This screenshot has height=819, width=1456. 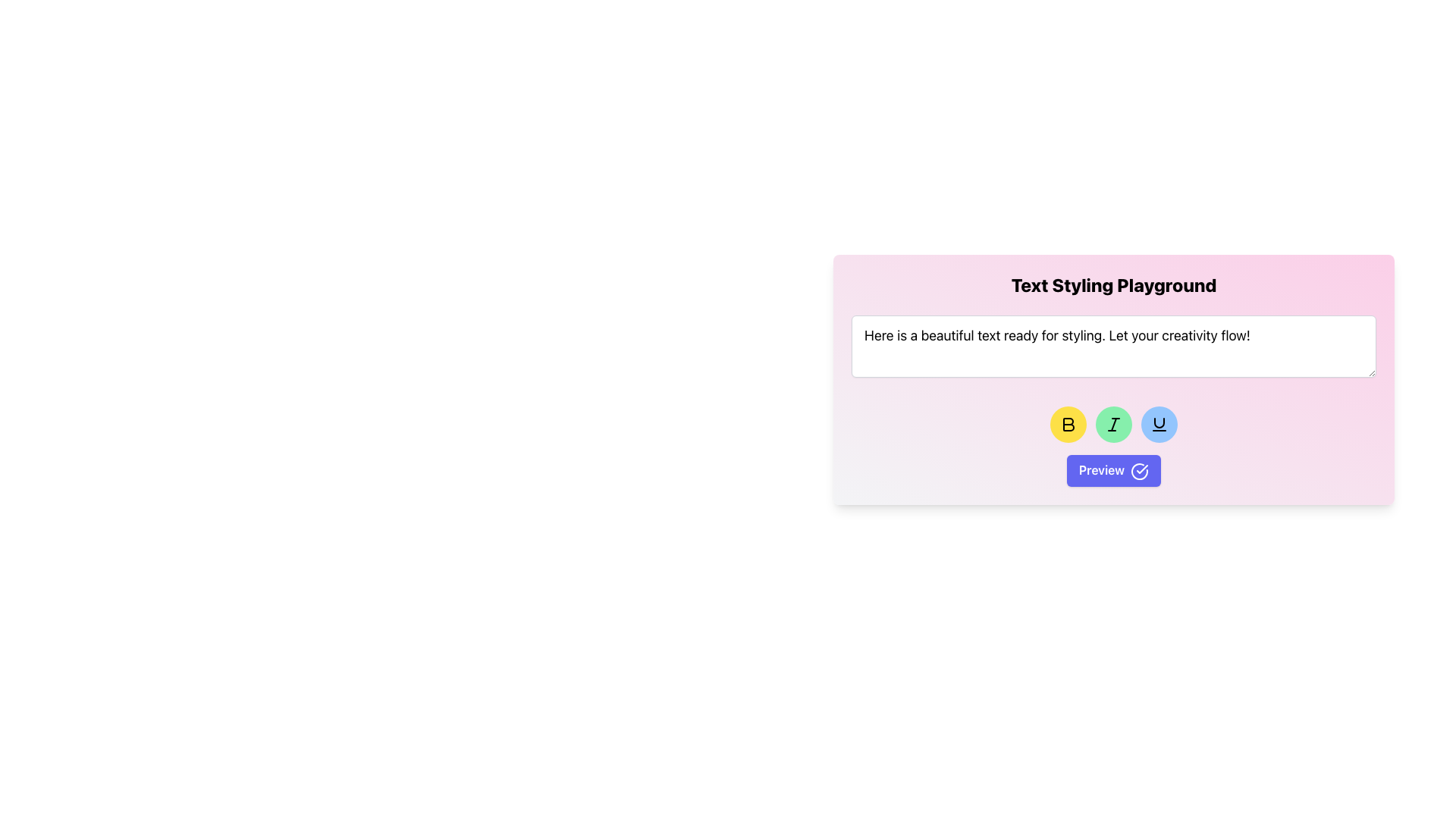 I want to click on the circular yellow button with a bold black 'B' to apply bold styling, located at the bottom of the pink-styled text tool interface, left of the italic and underline buttons, so click(x=1068, y=424).